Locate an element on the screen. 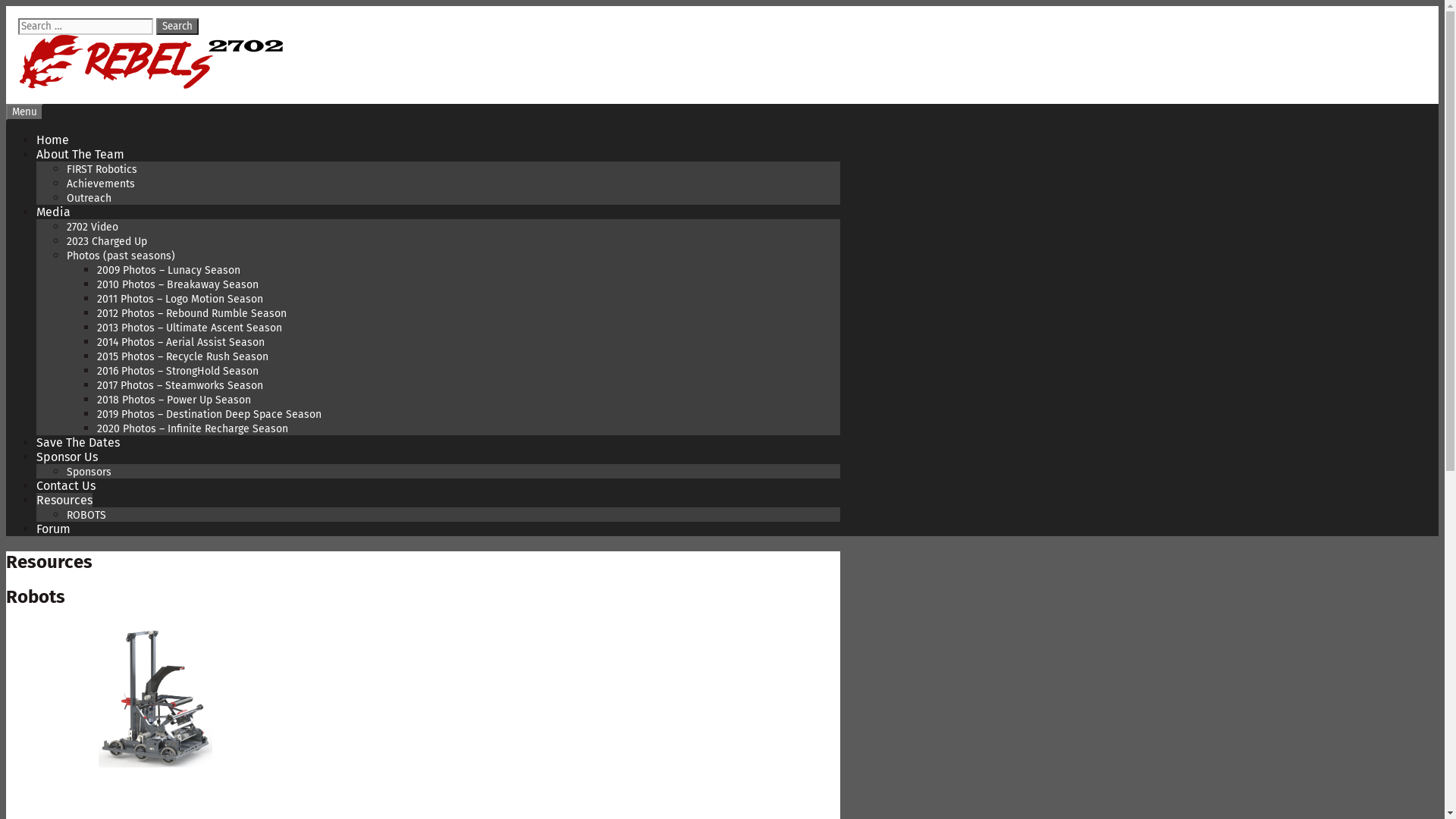 The image size is (1456, 819). 'Search' is located at coordinates (177, 26).